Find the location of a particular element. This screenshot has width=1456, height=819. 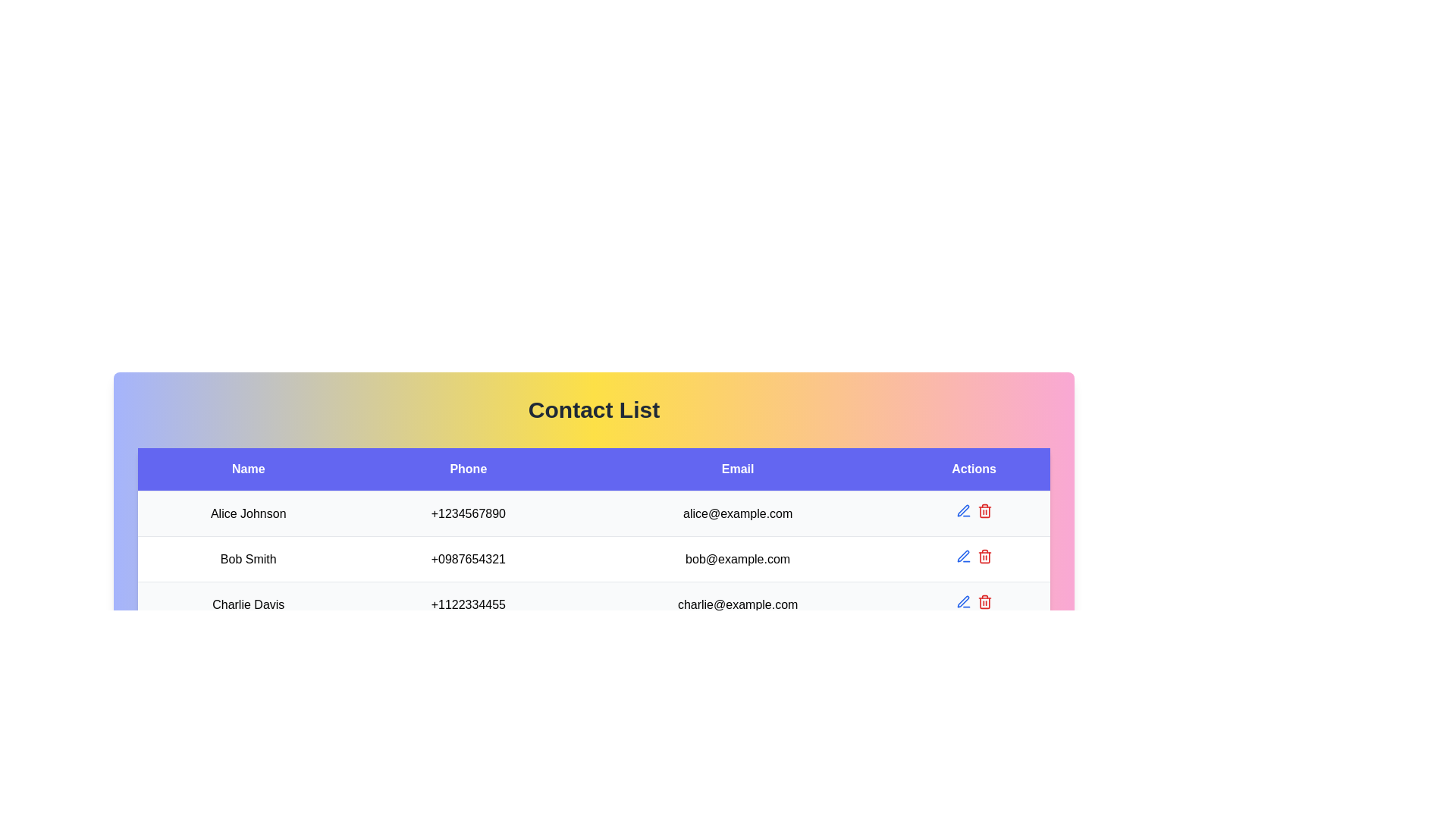

the text label displaying 'Bob Smith' to select the text, which is centrally aligned in its cell under the 'Name' heading is located at coordinates (248, 559).